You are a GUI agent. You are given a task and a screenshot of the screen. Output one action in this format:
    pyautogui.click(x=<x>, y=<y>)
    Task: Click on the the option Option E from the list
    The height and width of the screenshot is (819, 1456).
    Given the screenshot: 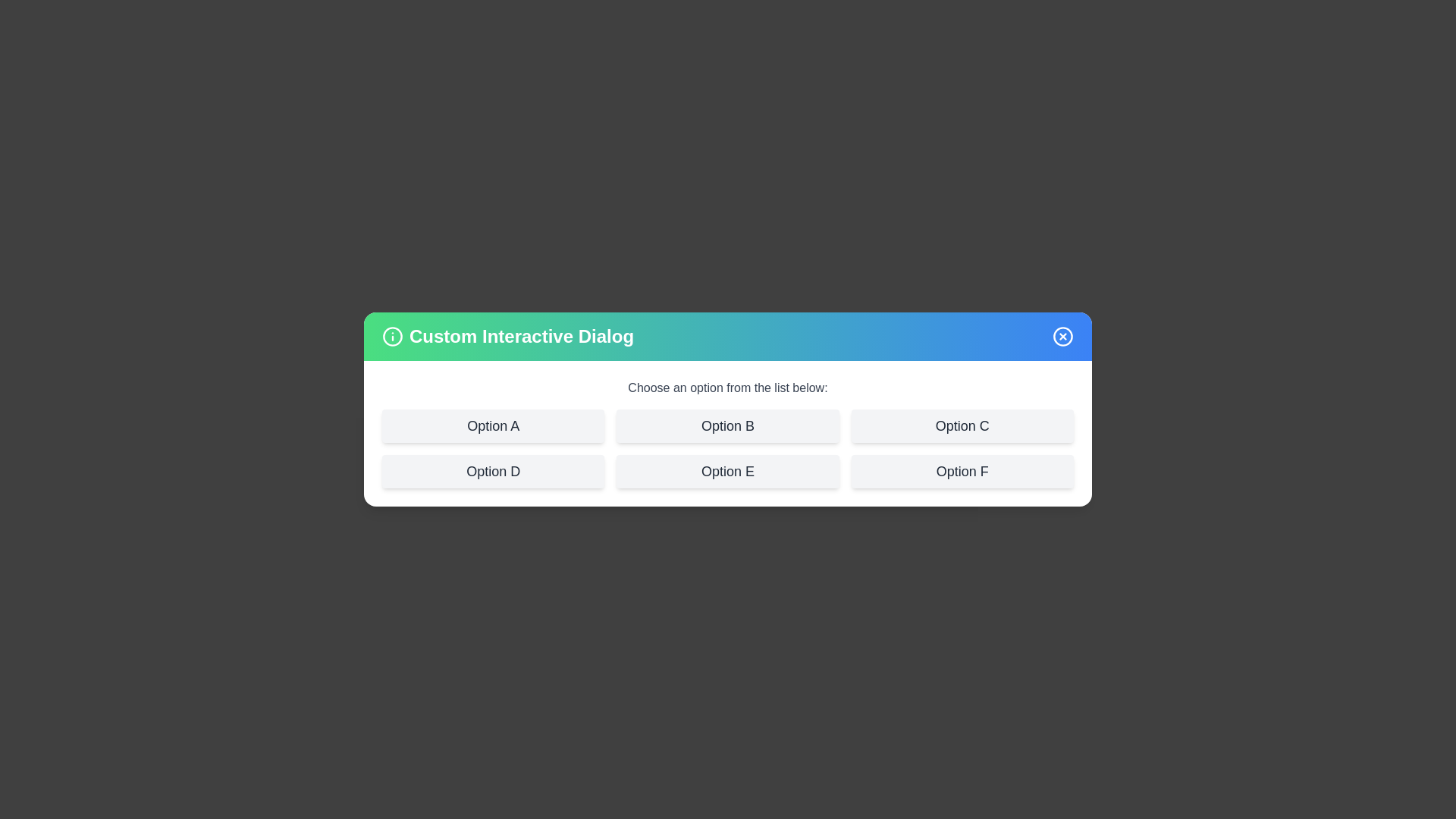 What is the action you would take?
    pyautogui.click(x=728, y=470)
    